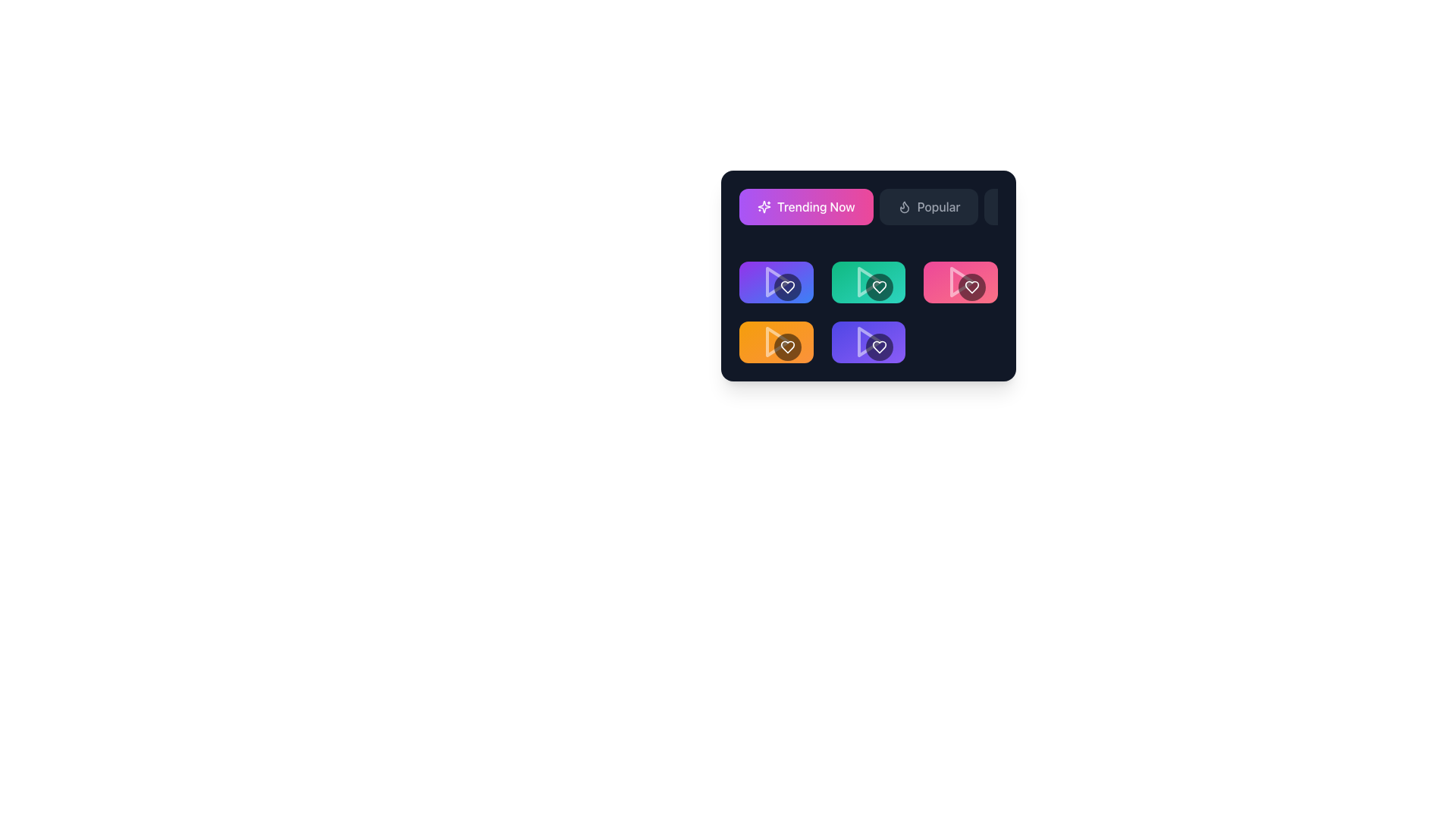  Describe the element at coordinates (777, 342) in the screenshot. I see `the triangular play icon, which is rendered in SVG format, filled with white, and located on a vibrant orange rectangular button in the bottom left grid item of a 2x3 grid layout within a dark-themed interface` at that location.